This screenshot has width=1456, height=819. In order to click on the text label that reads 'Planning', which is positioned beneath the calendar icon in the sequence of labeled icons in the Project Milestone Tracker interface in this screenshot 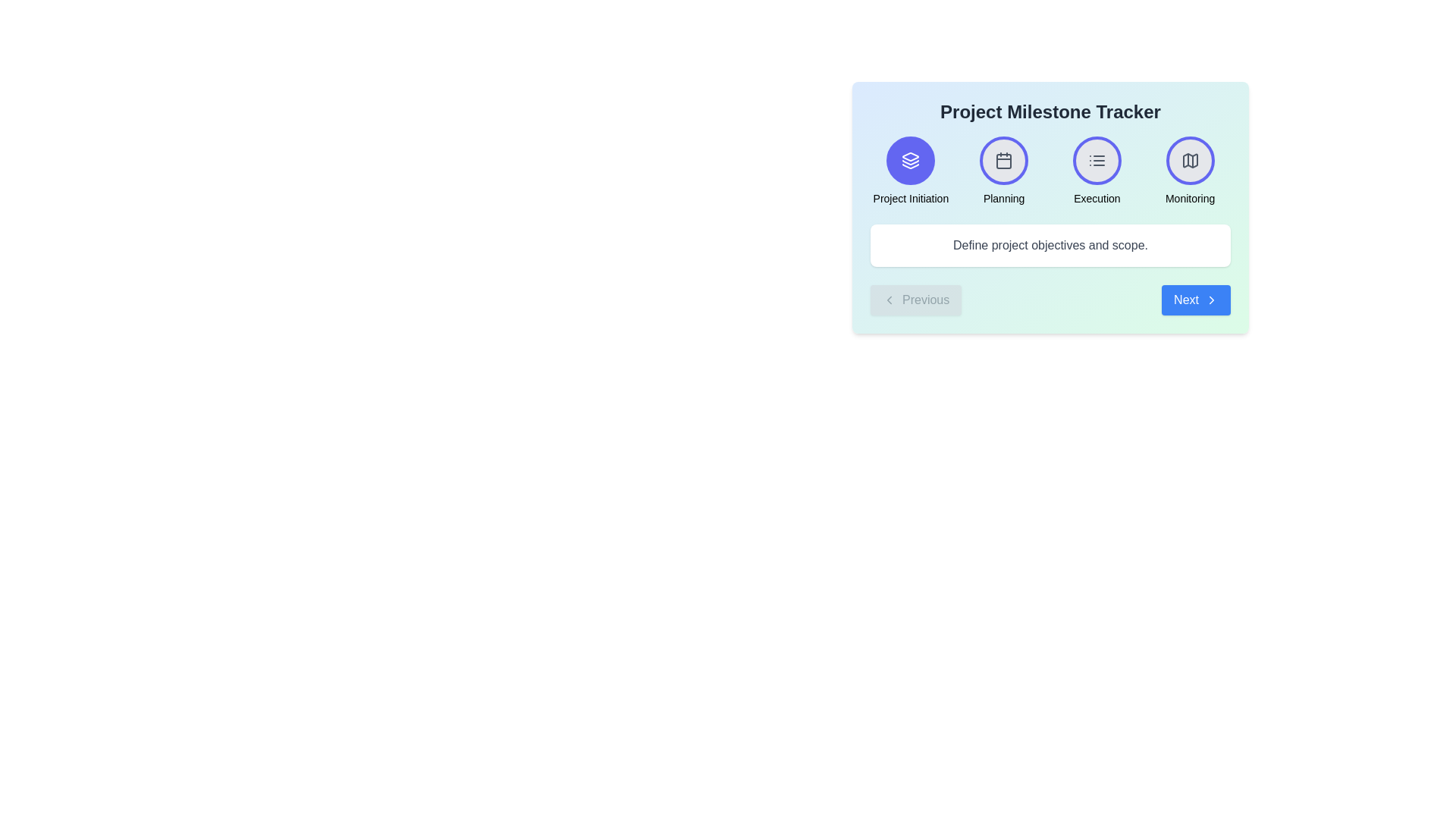, I will do `click(1004, 198)`.